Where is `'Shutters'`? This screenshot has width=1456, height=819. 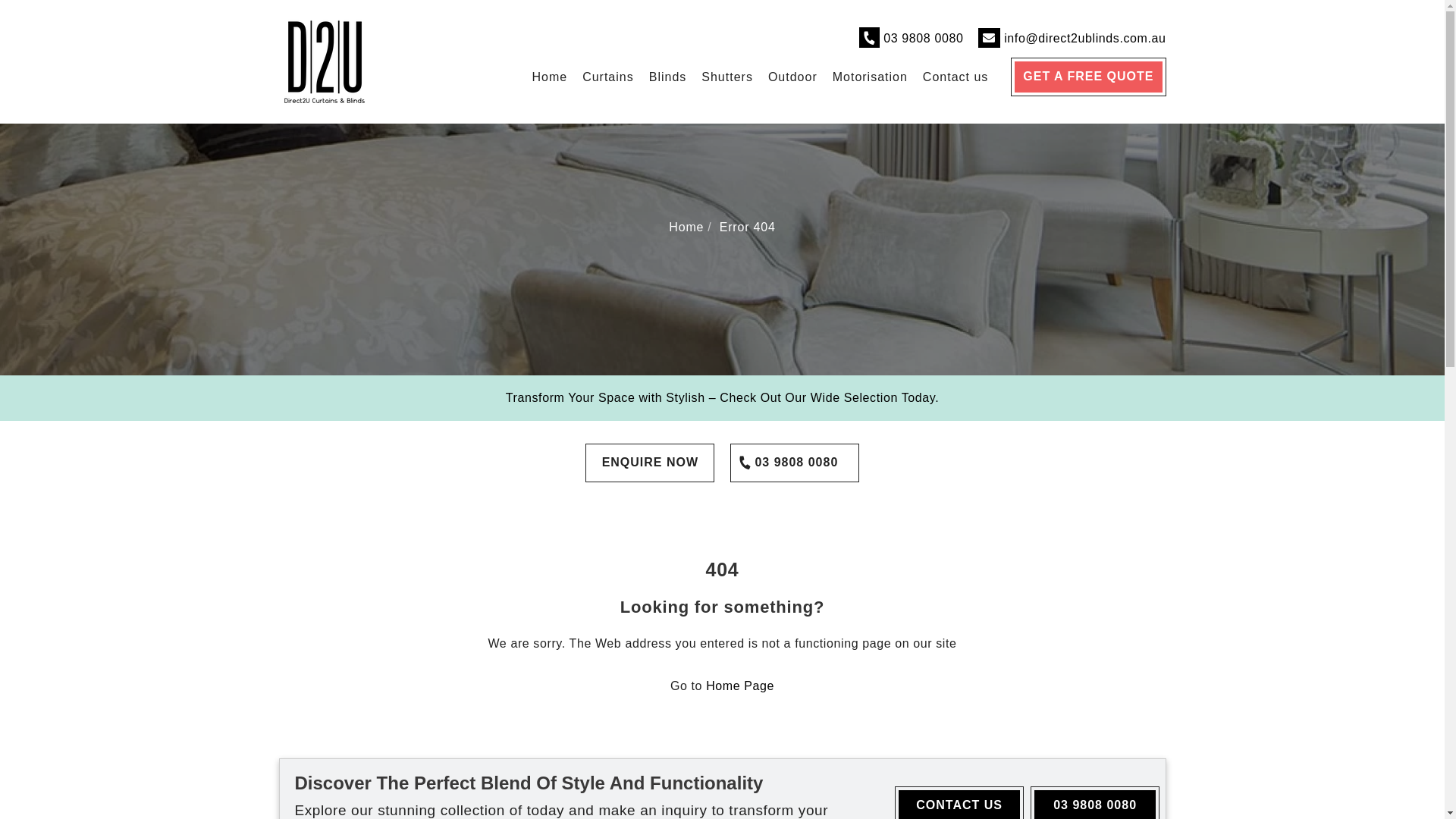 'Shutters' is located at coordinates (726, 77).